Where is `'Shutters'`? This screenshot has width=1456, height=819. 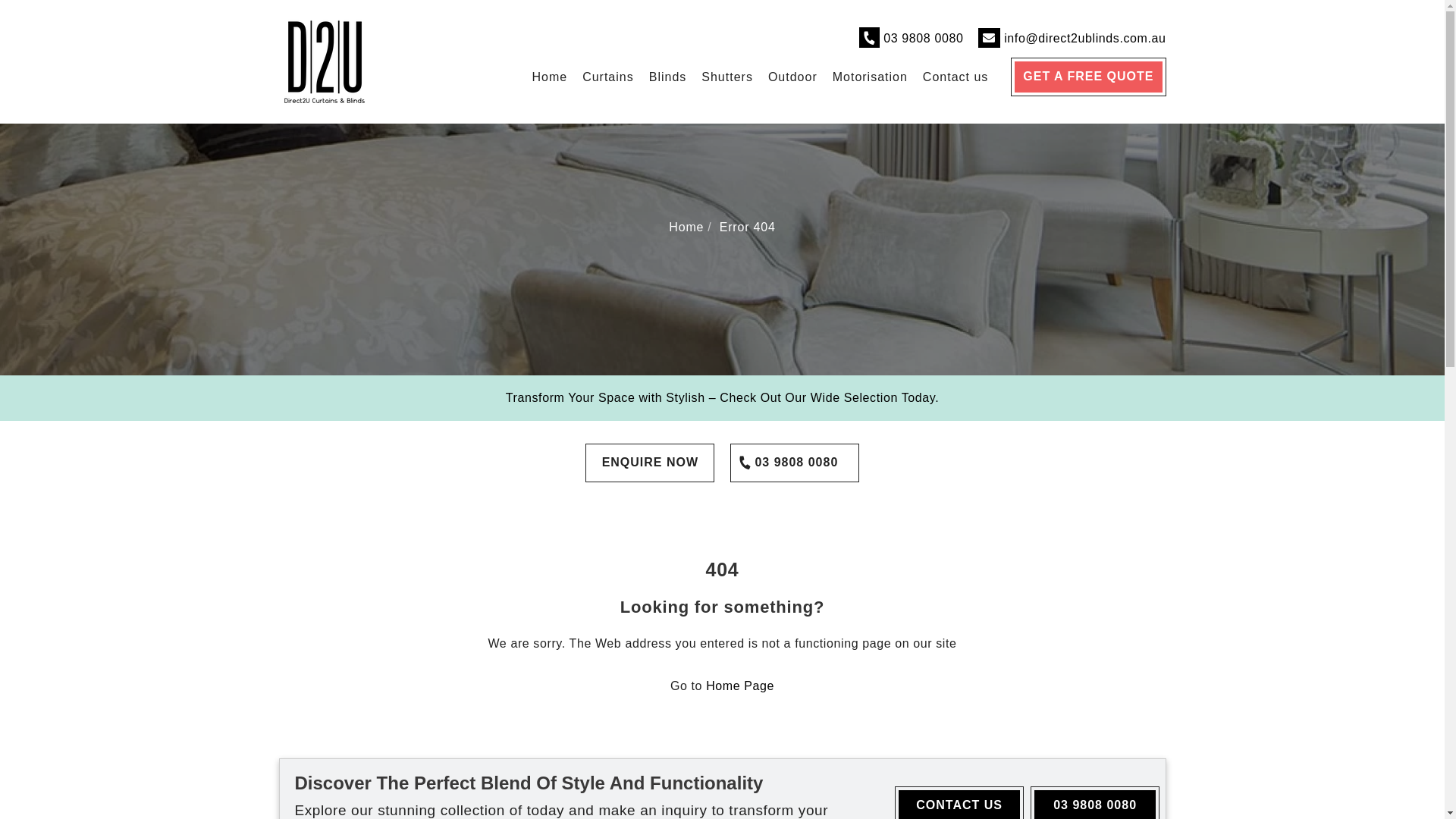 'Shutters' is located at coordinates (726, 77).